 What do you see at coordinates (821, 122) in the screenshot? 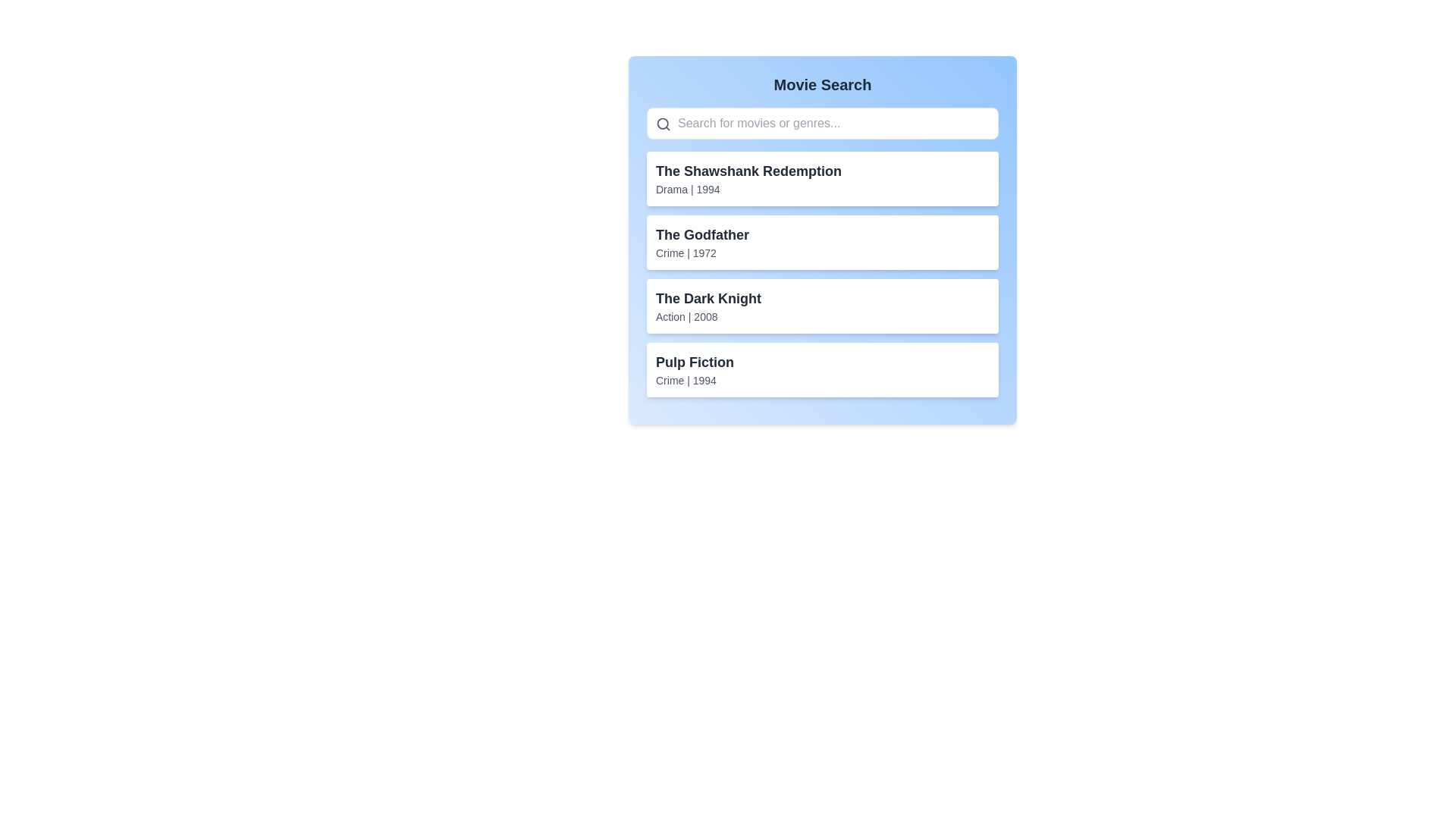
I see `the text input field for movie search located below the title 'Movie Search', which has a light background and a search icon on the left` at bounding box center [821, 122].